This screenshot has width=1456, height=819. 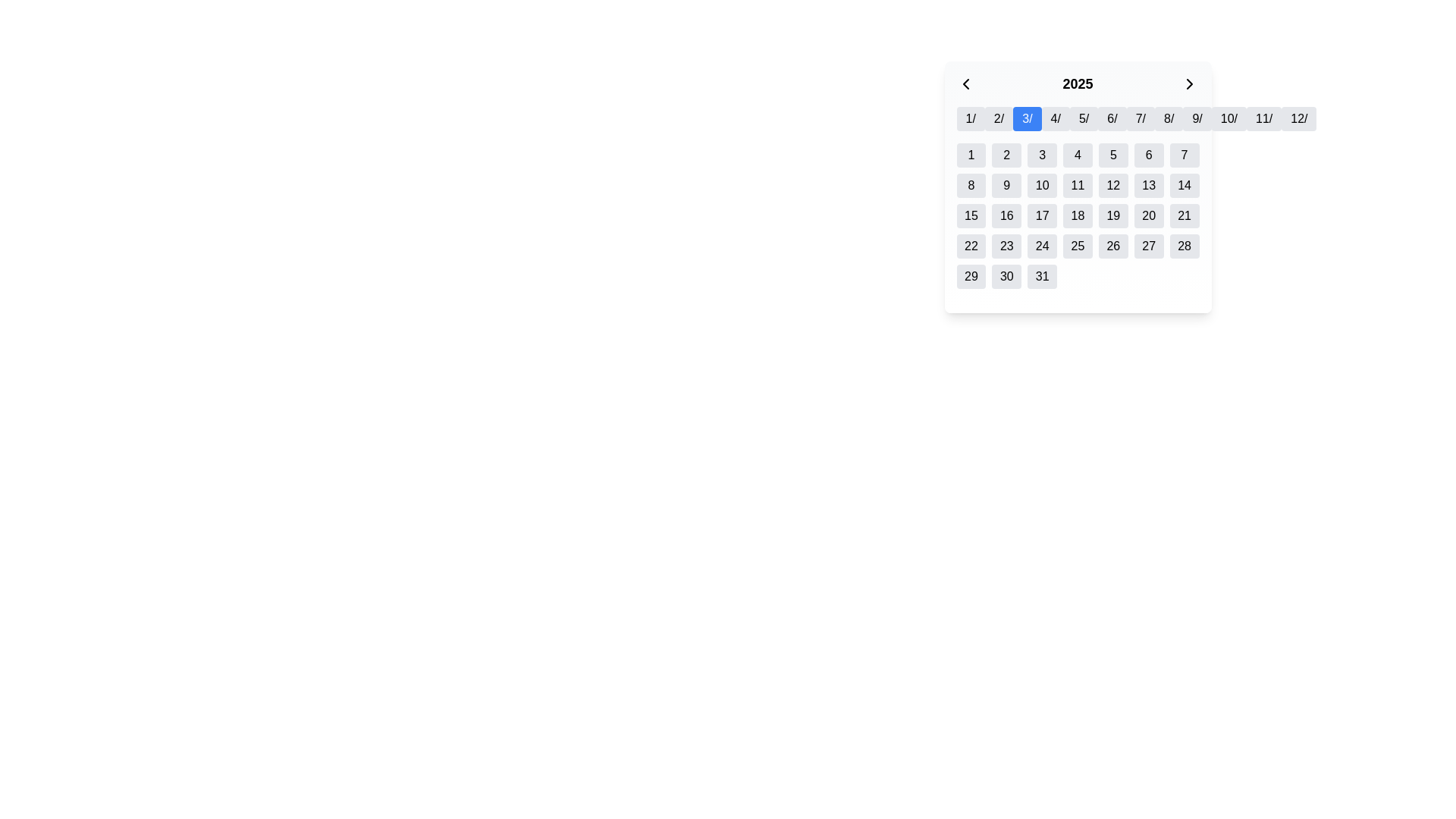 What do you see at coordinates (1113, 245) in the screenshot?
I see `the selectable date button representing the date '26' in the calendar widget` at bounding box center [1113, 245].